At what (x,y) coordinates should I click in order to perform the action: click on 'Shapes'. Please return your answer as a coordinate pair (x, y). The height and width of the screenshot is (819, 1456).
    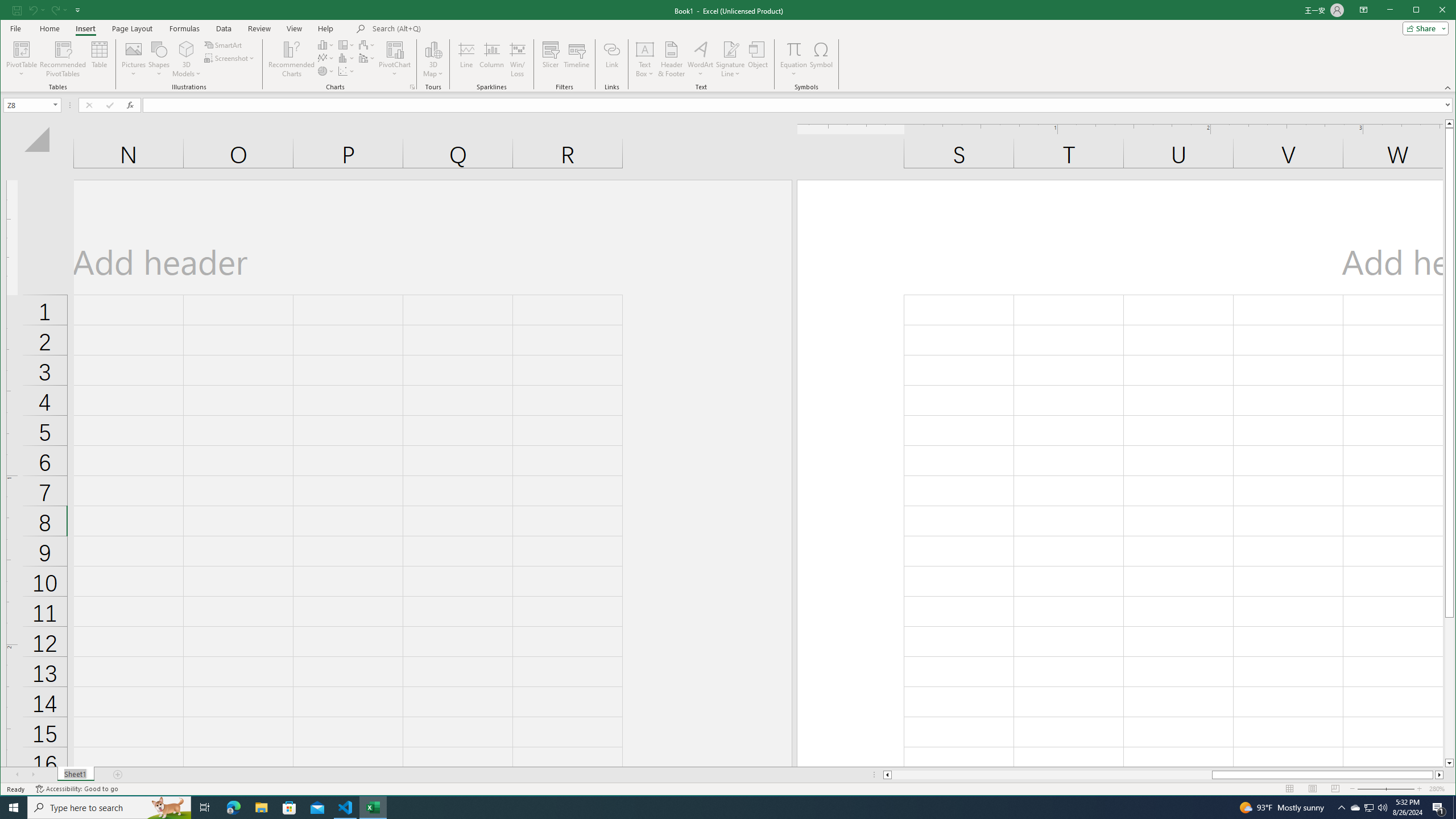
    Looking at the image, I should click on (159, 59).